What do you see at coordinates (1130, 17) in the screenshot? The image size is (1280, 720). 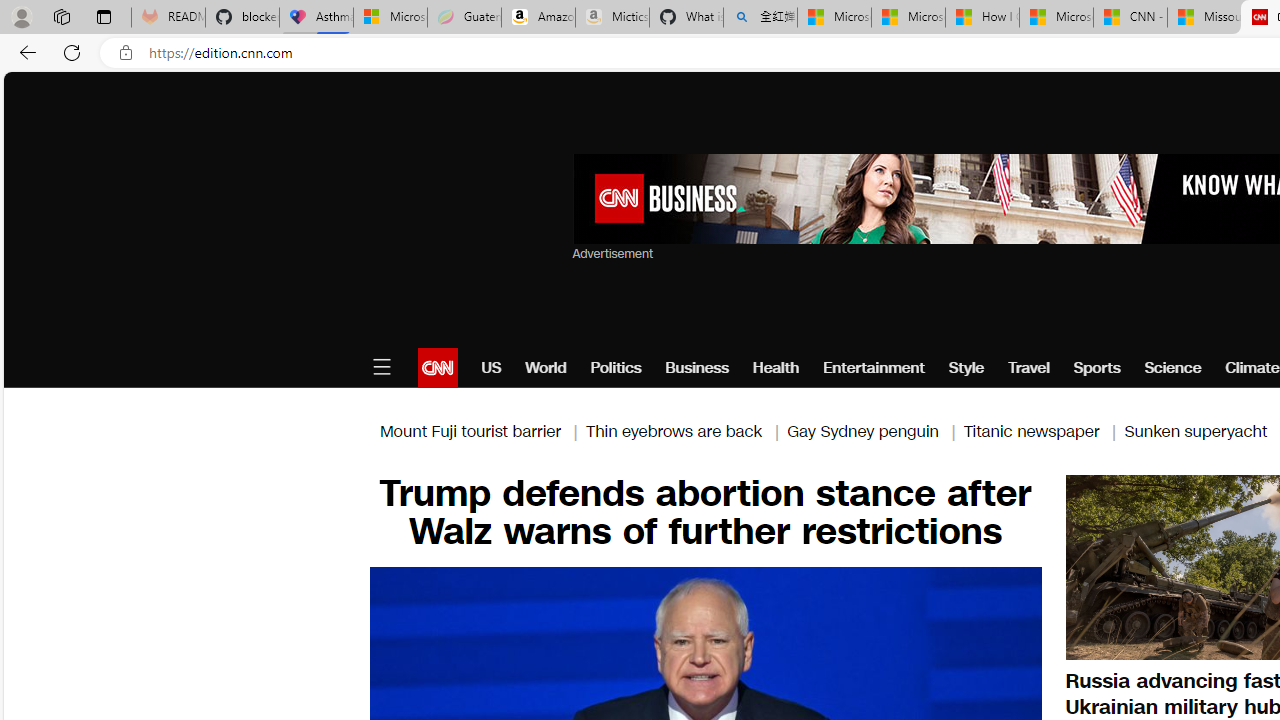 I see `'CNN - MSN'` at bounding box center [1130, 17].